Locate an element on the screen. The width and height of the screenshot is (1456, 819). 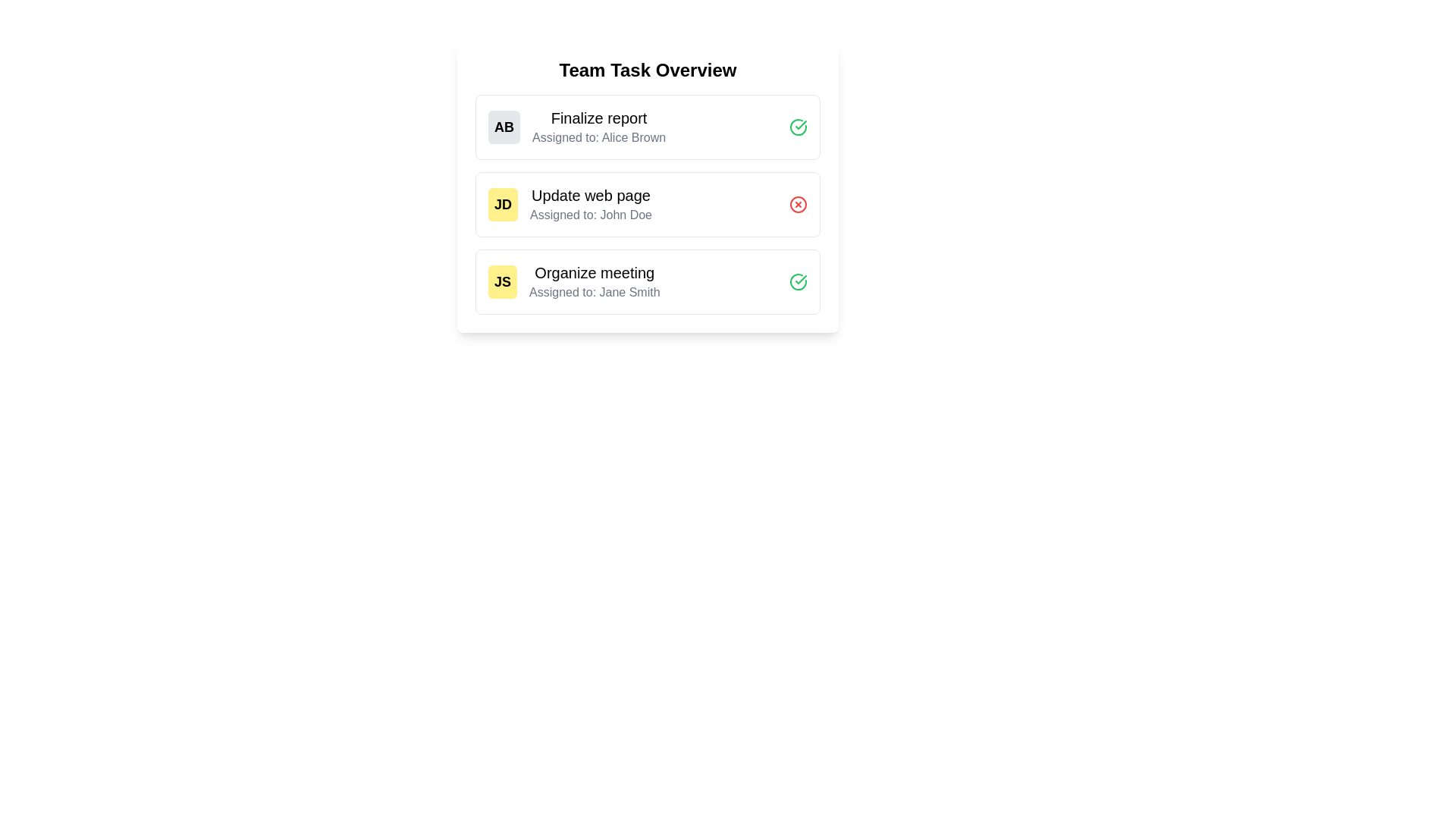
the text display that shows 'Organize meeting' and 'Assigned to: Jane Smith', located to the right of the yellow avatar icon labeled 'JS' in the third row of the task list is located at coordinates (594, 281).